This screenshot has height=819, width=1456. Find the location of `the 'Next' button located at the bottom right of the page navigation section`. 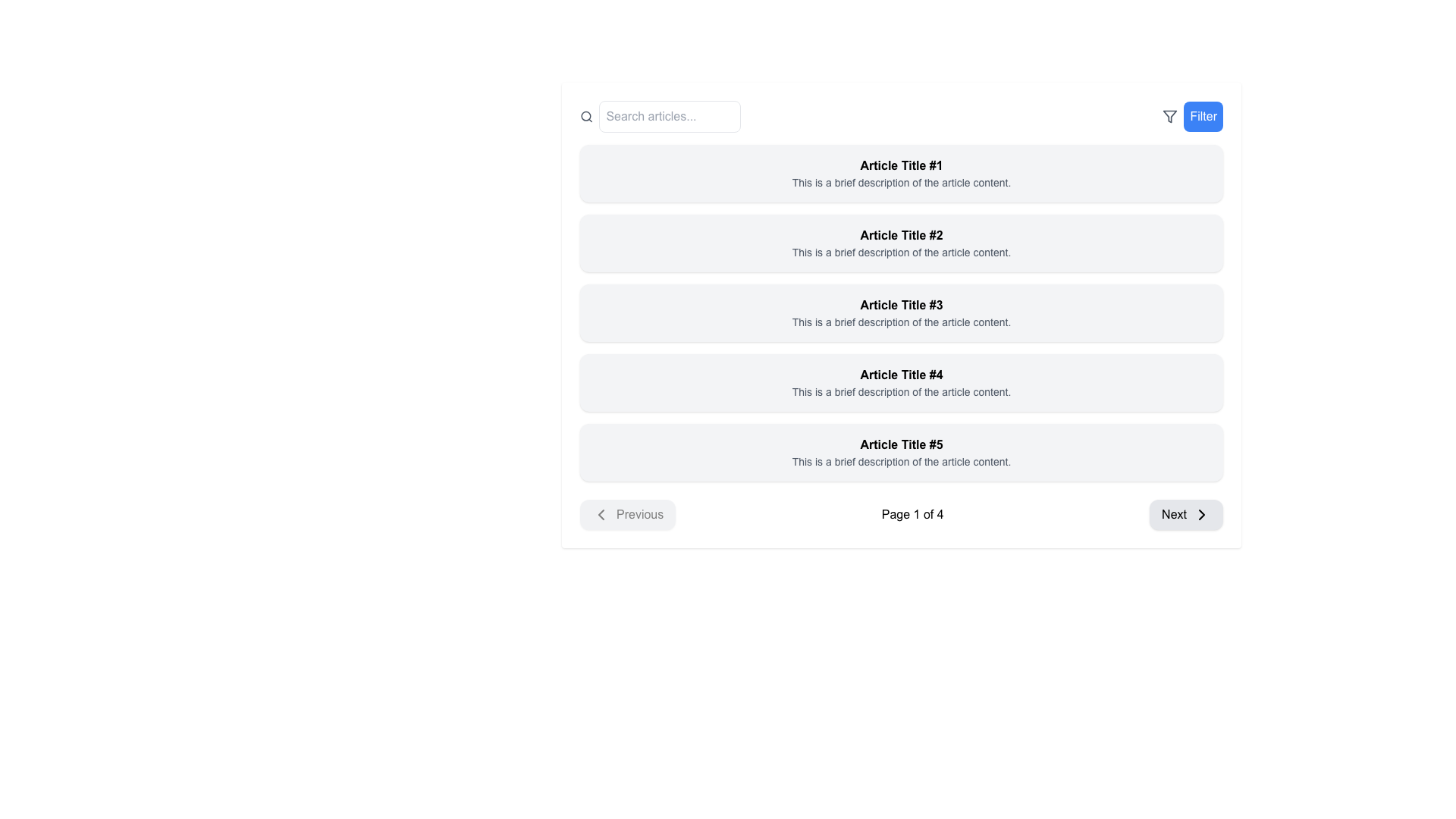

the 'Next' button located at the bottom right of the page navigation section is located at coordinates (1185, 513).